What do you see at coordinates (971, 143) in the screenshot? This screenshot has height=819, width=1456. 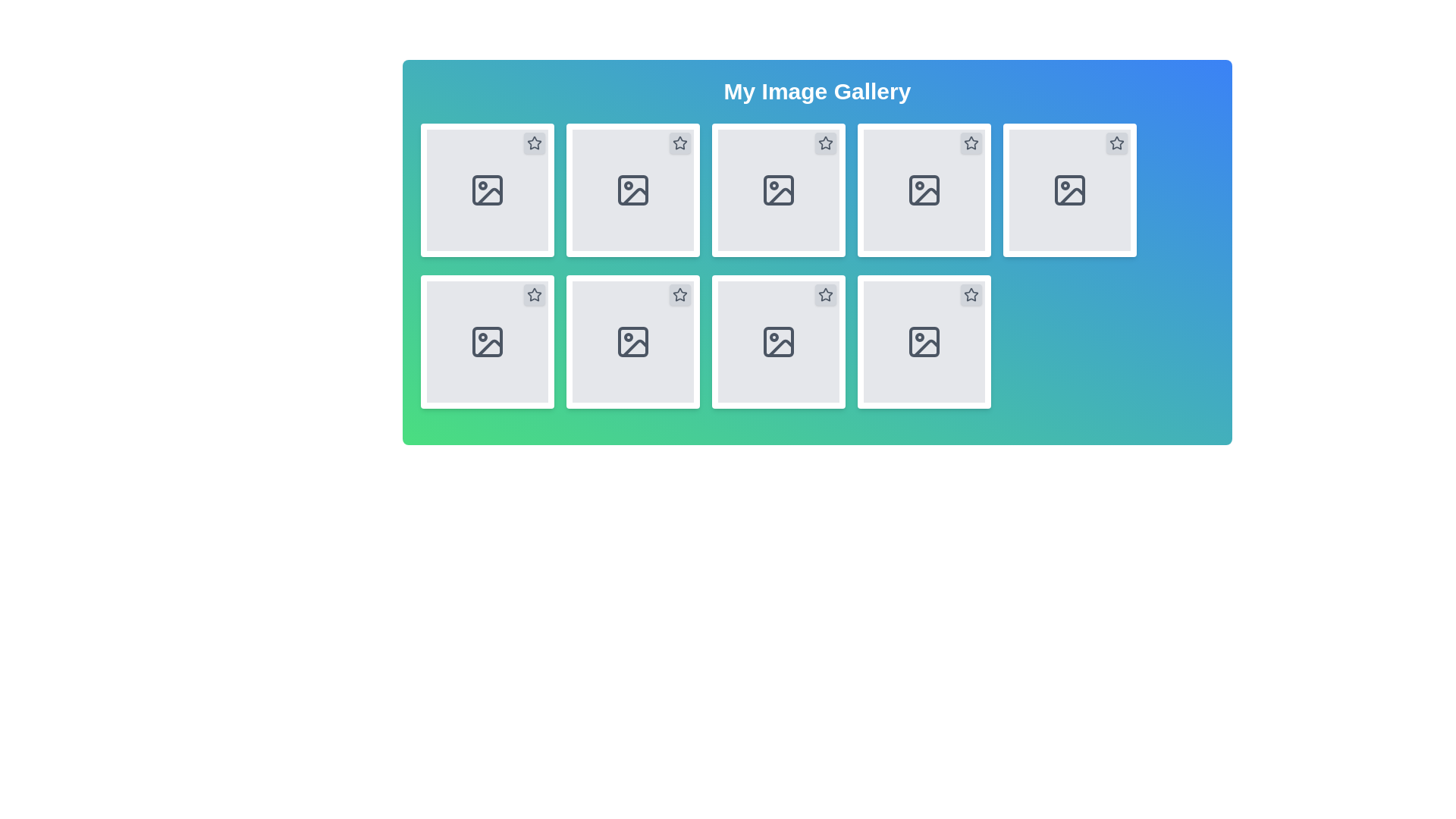 I see `the small star-shaped icon located in the top-right corner of the fourth card in the first row of the image gallery to mark the item` at bounding box center [971, 143].